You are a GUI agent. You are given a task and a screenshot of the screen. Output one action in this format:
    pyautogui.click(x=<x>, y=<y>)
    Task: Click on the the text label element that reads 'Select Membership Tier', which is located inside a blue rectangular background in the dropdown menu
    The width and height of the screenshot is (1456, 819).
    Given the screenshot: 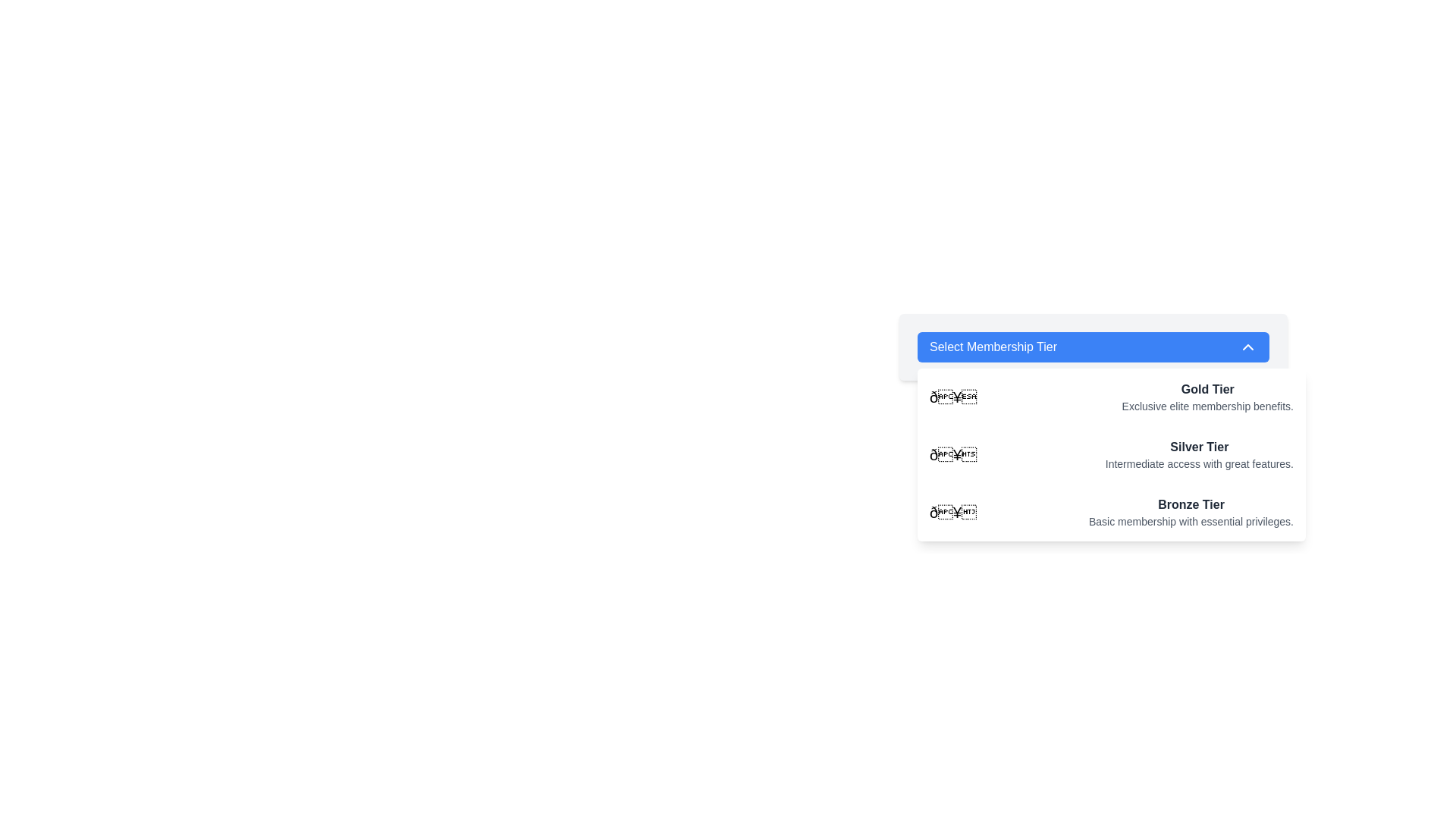 What is the action you would take?
    pyautogui.click(x=993, y=347)
    